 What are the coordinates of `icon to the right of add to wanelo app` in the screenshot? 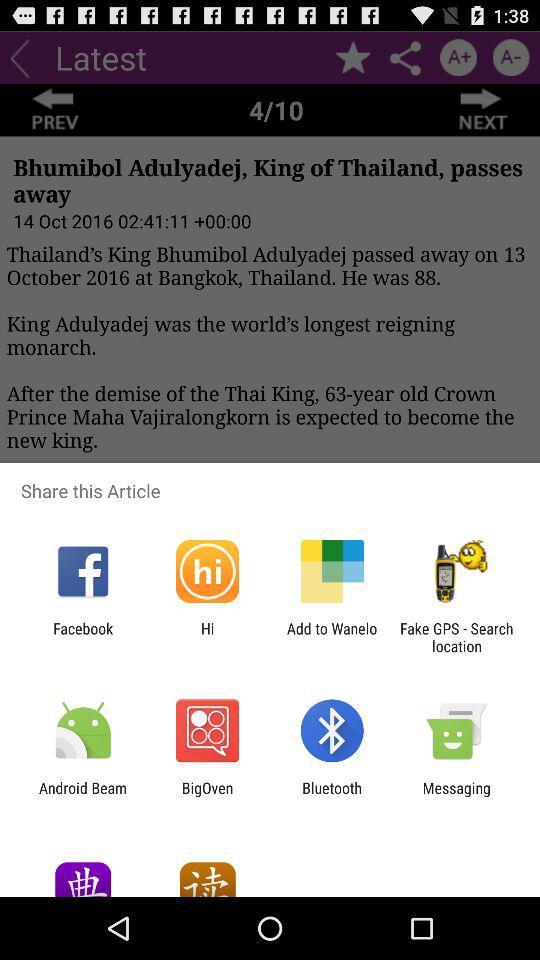 It's located at (456, 636).